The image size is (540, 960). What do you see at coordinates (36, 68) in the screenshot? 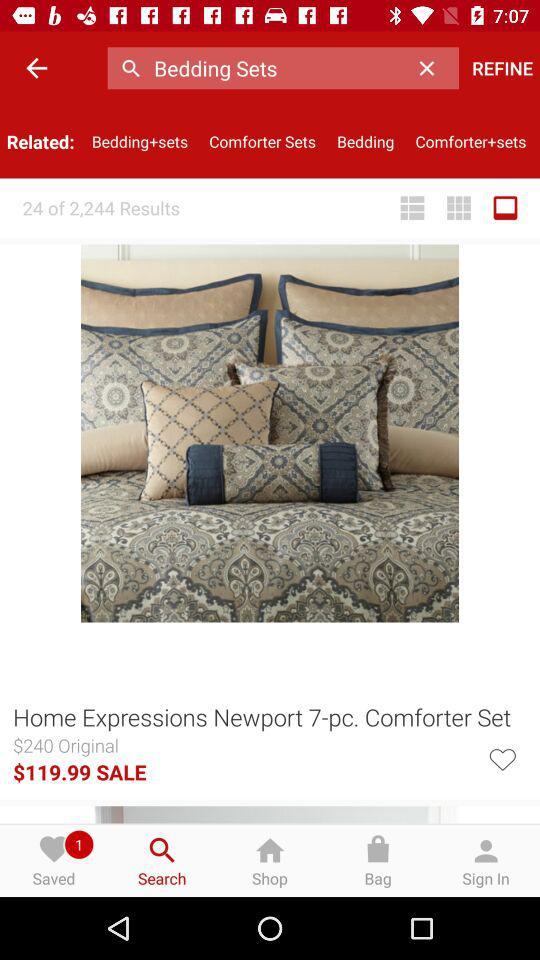
I see `the icon to the left of the bedding+sets icon` at bounding box center [36, 68].